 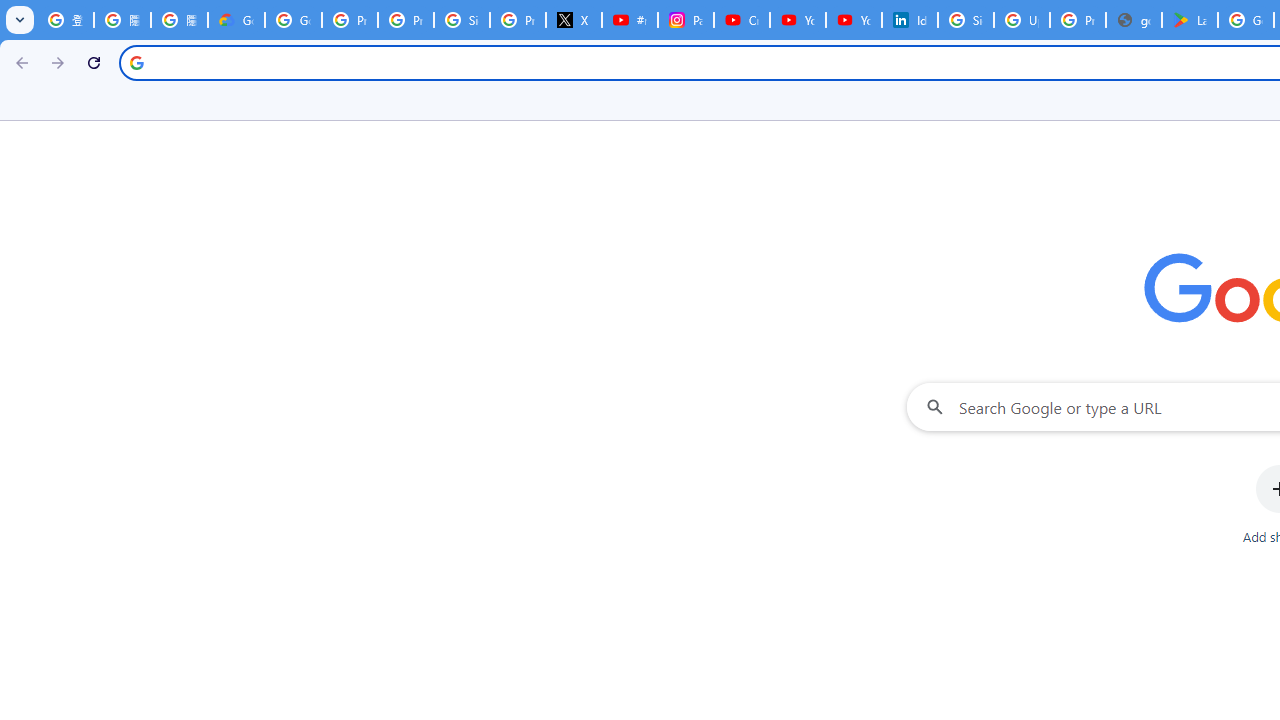 I want to click on '#nbabasketballhighlights - YouTube', so click(x=628, y=20).